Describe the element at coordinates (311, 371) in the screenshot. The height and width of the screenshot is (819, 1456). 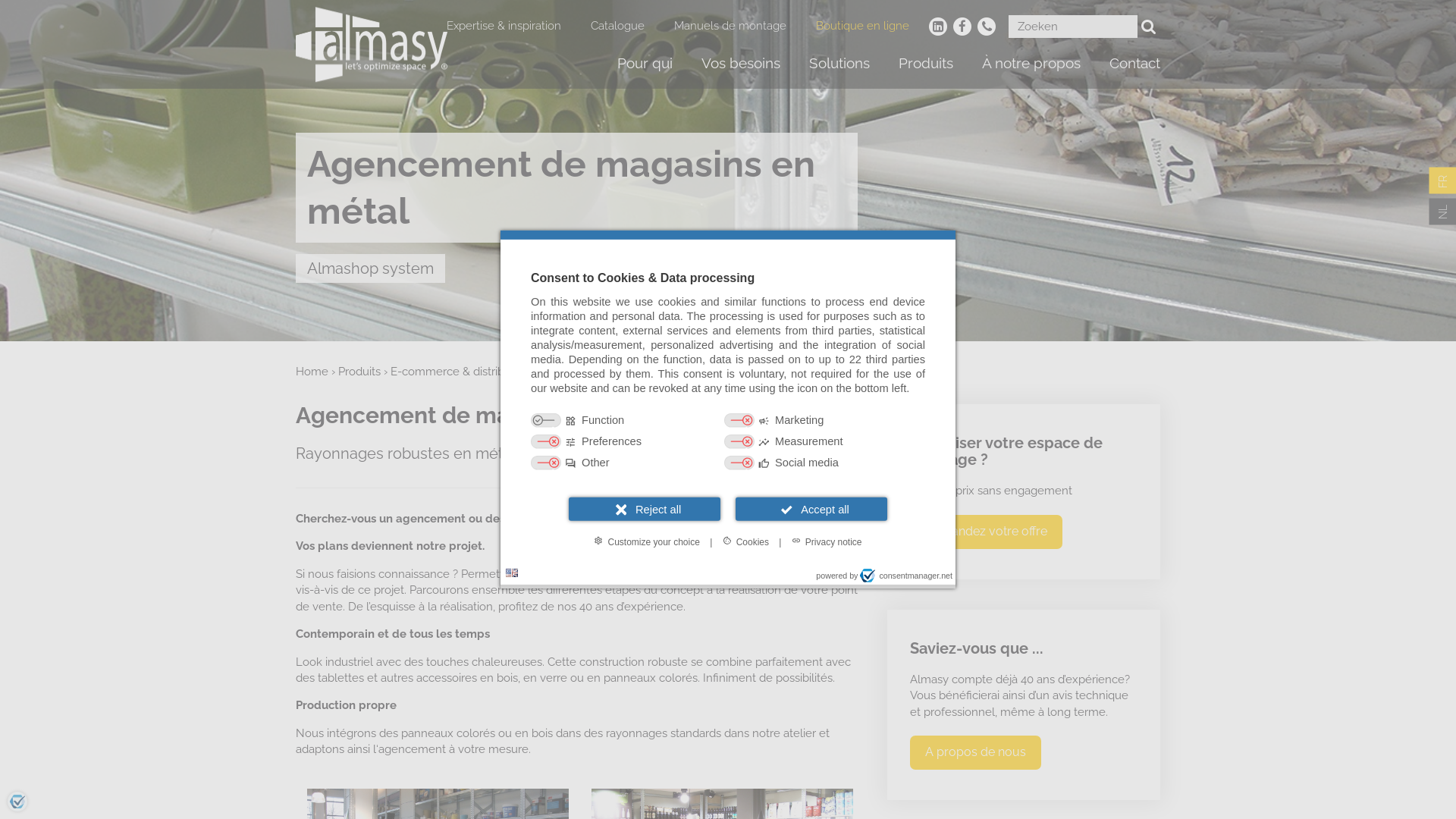
I see `'Home'` at that location.